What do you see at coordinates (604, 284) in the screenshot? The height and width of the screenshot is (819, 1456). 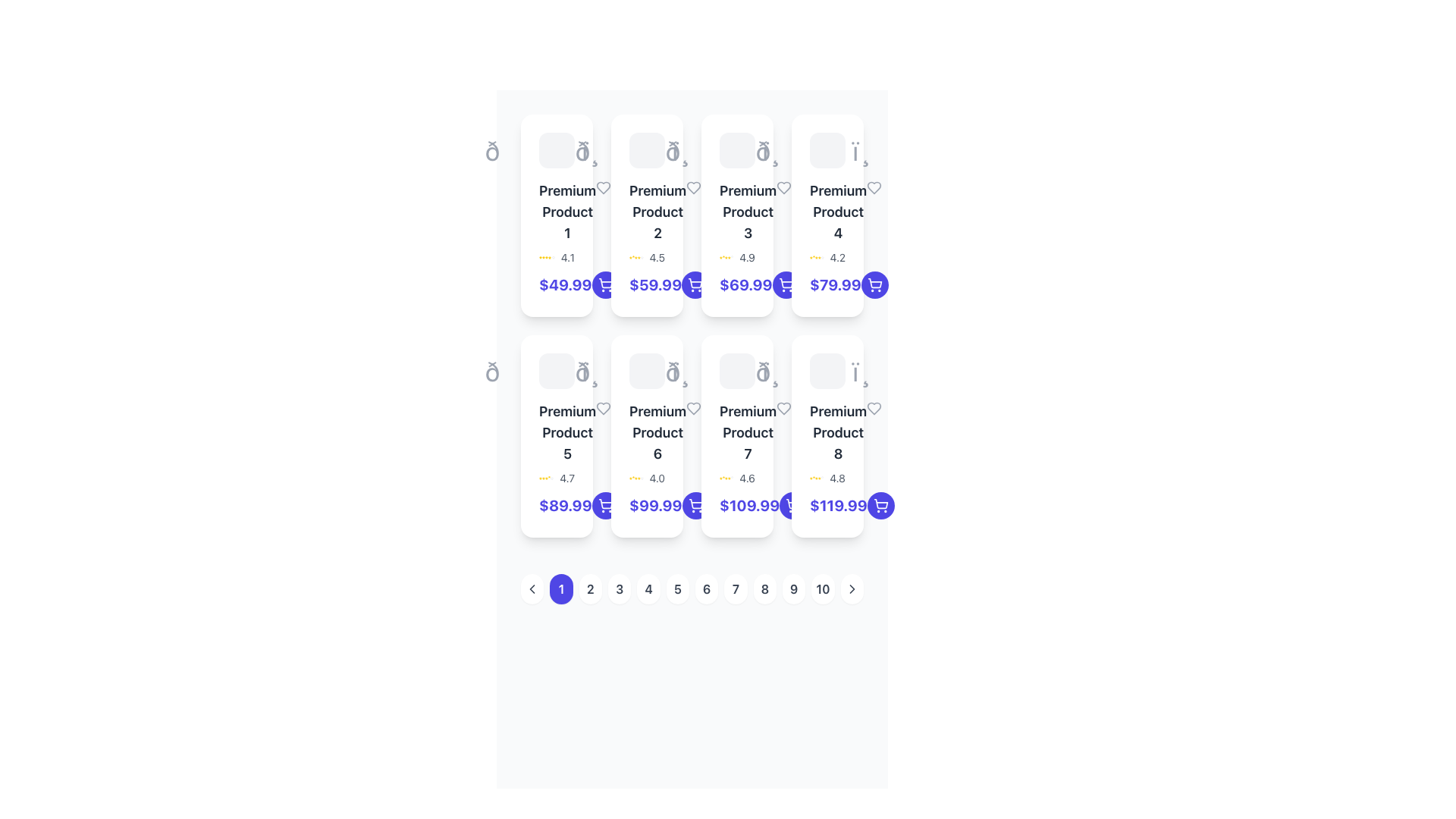 I see `the cart icon button located in the lower-right corner of the product card for 'Premium Product 2', which features a minimalistic shopping cart symbol with a metallic outline` at bounding box center [604, 284].